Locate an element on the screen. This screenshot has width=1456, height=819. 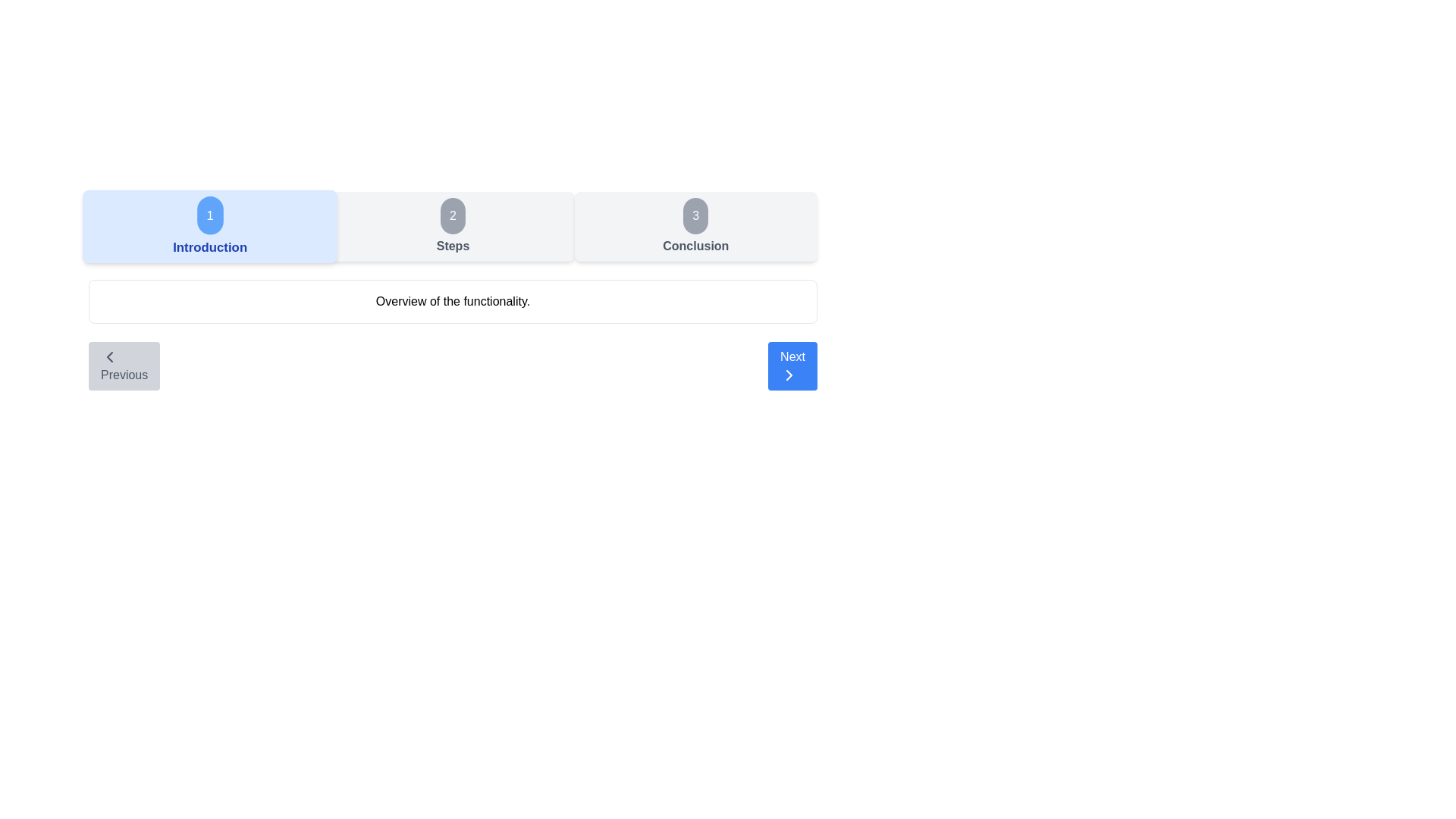
the Previous button to navigate between steps is located at coordinates (124, 366).